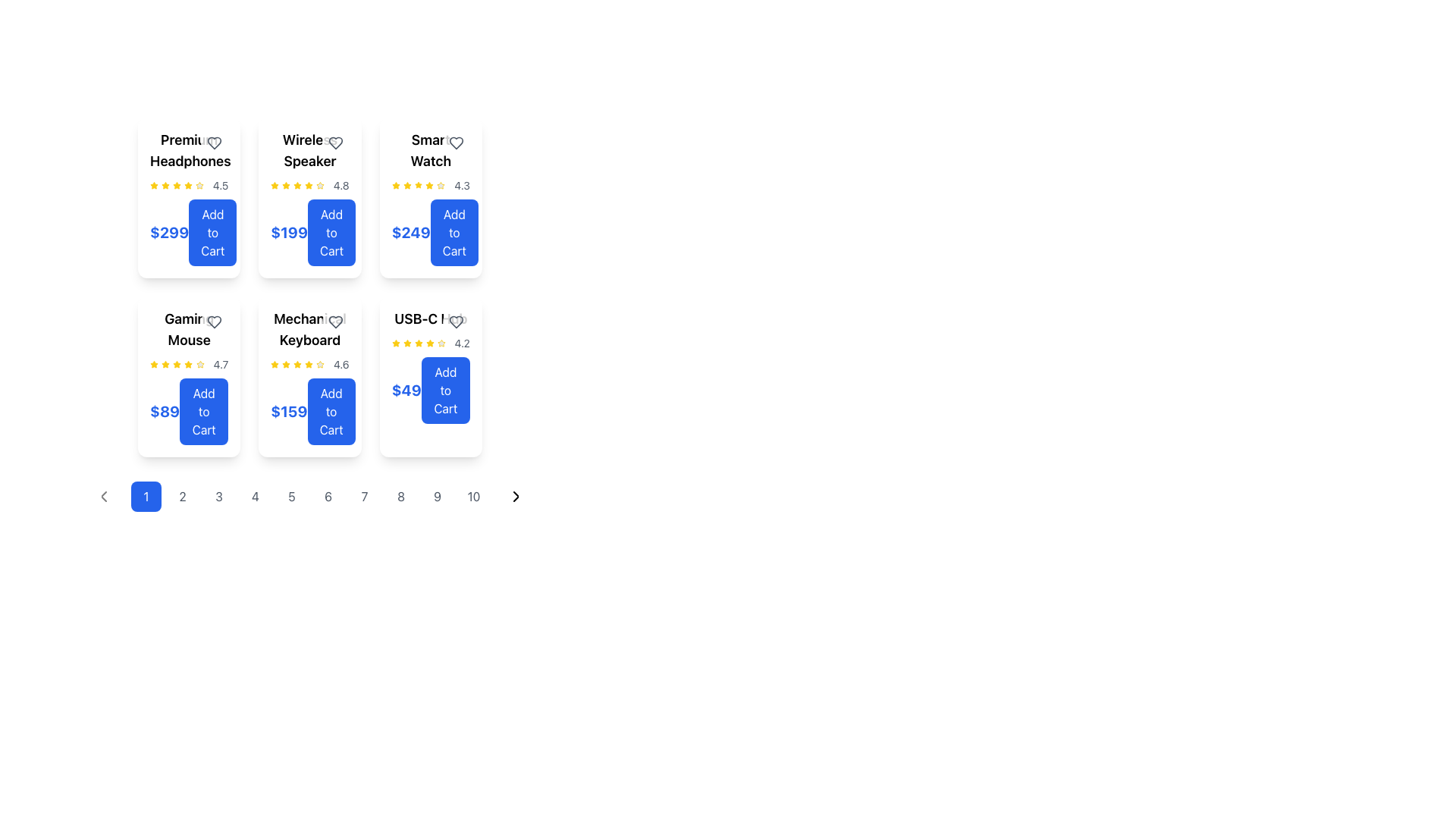 This screenshot has width=1456, height=819. Describe the element at coordinates (419, 185) in the screenshot. I see `the fourth filled yellow star icon in the rating section for the 'Smart Watch' card located in the third column of the first row` at that location.